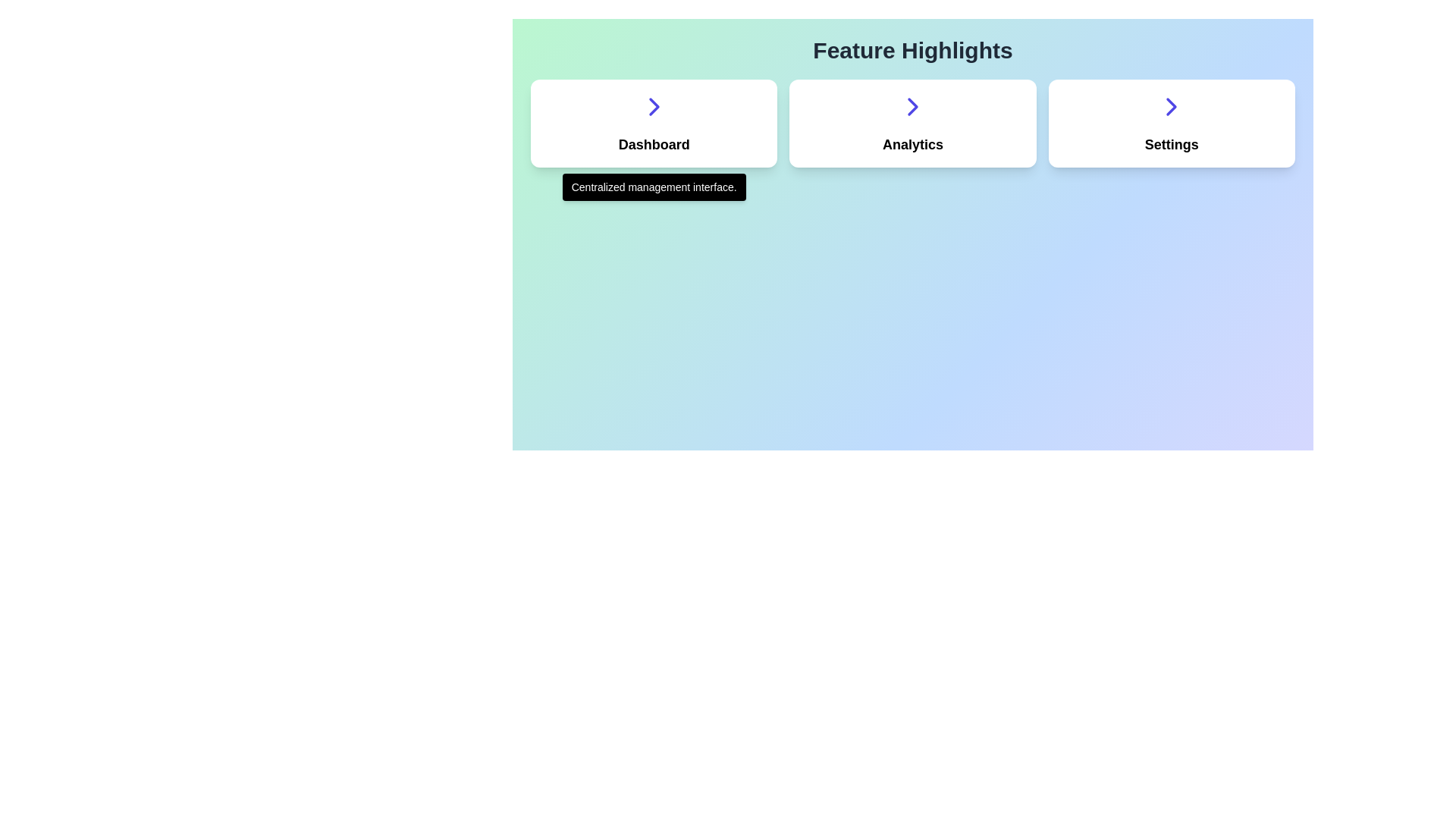 Image resolution: width=1456 pixels, height=819 pixels. I want to click on the 'Dashboard' text label inside the first card on the left in the 'Feature Highlights' section, which identifies the functionality of the card, so click(654, 145).